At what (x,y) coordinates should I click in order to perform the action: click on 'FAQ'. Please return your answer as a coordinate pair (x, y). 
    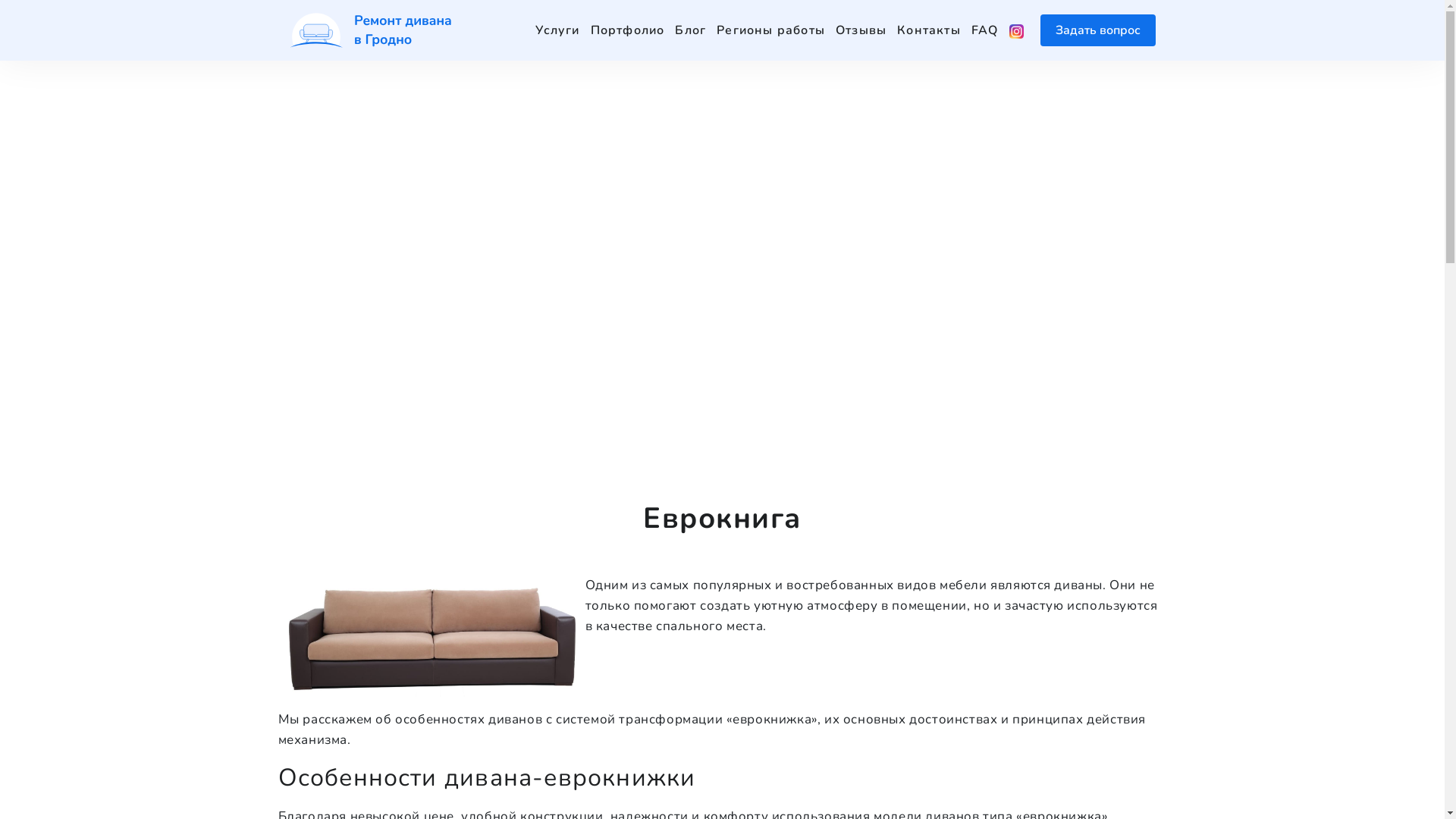
    Looking at the image, I should click on (985, 30).